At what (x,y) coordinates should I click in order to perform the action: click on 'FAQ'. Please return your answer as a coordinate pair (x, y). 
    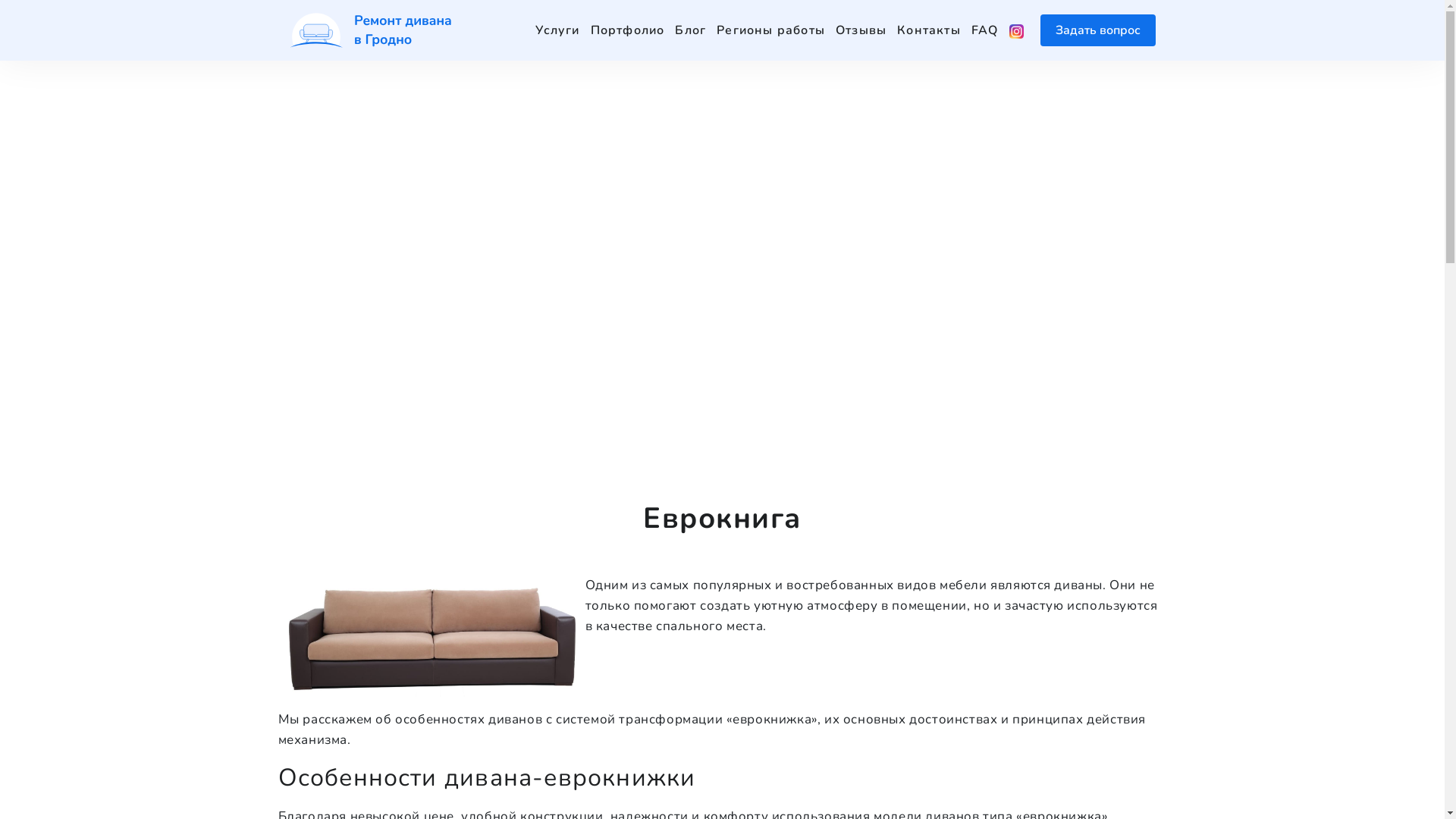
    Looking at the image, I should click on (985, 30).